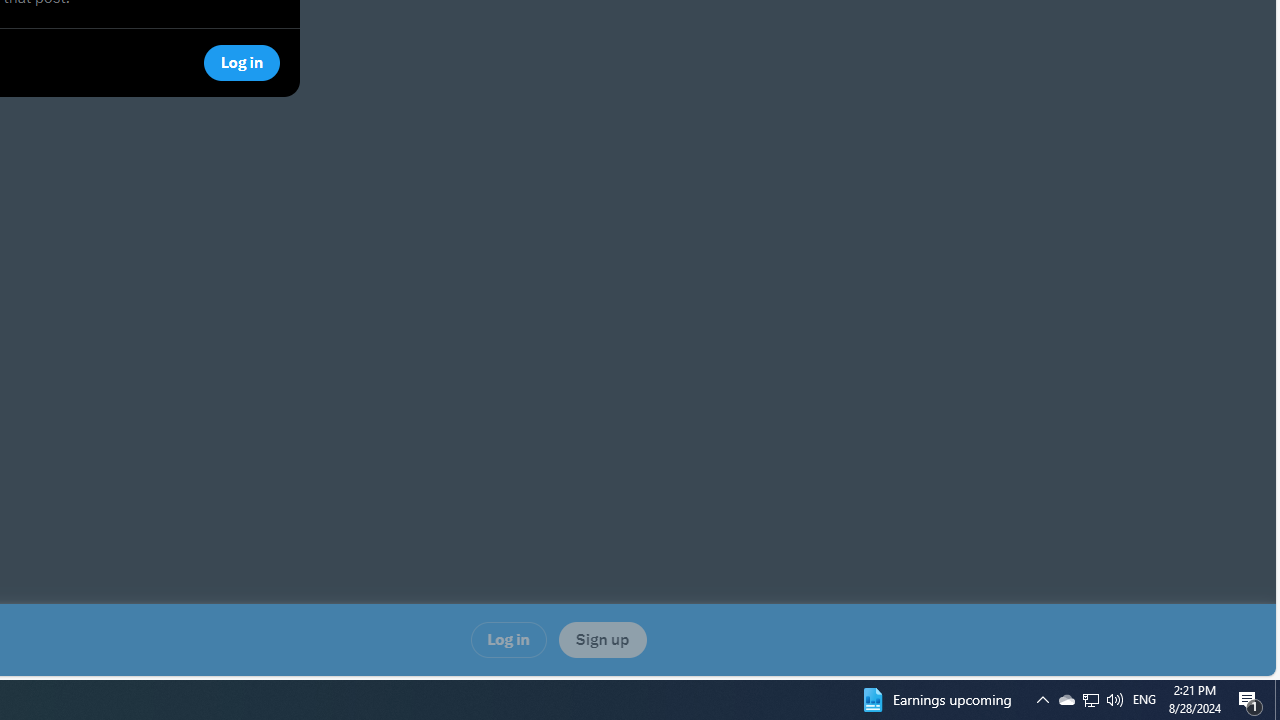 The width and height of the screenshot is (1280, 720). Describe the element at coordinates (508, 640) in the screenshot. I see `'Log in'` at that location.